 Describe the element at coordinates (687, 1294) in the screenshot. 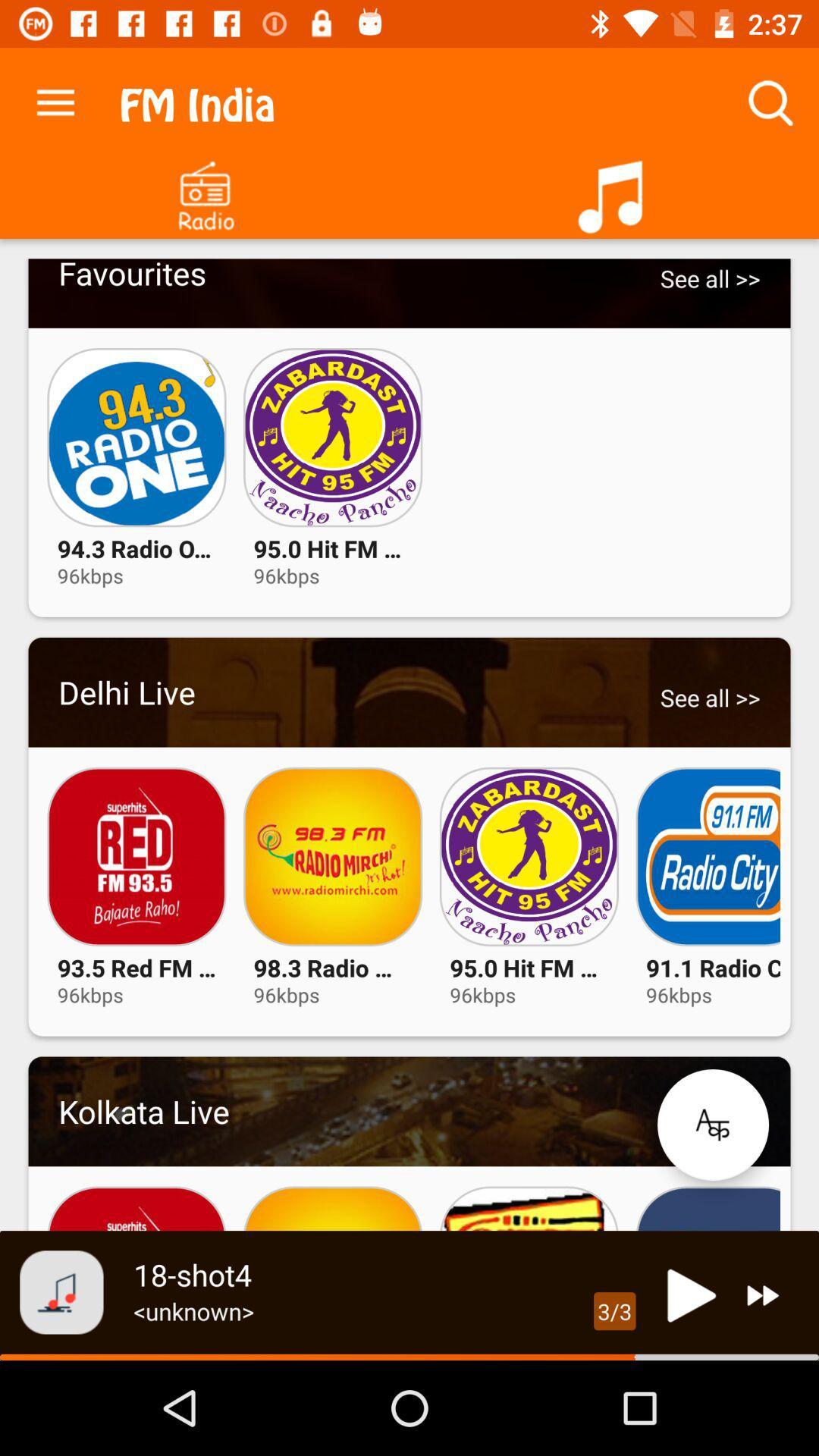

I see `the play icon` at that location.